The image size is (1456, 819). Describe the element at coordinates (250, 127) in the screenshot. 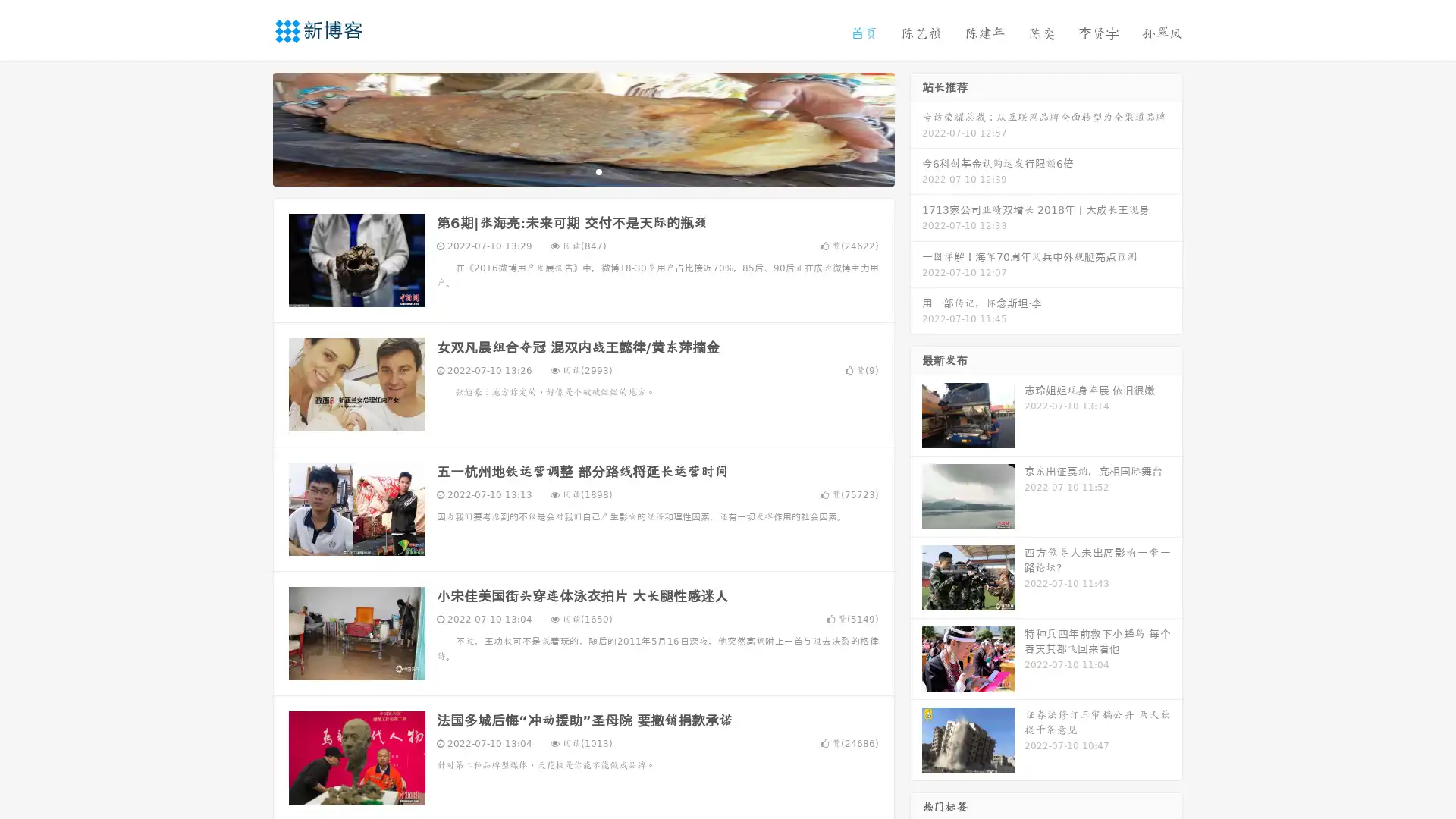

I see `Previous slide` at that location.